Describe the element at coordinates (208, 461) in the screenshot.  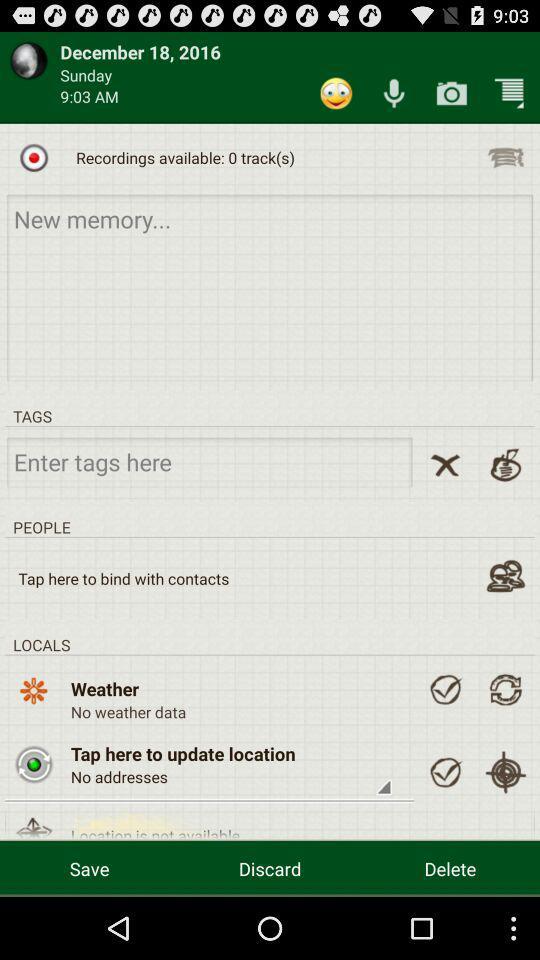
I see `search` at that location.